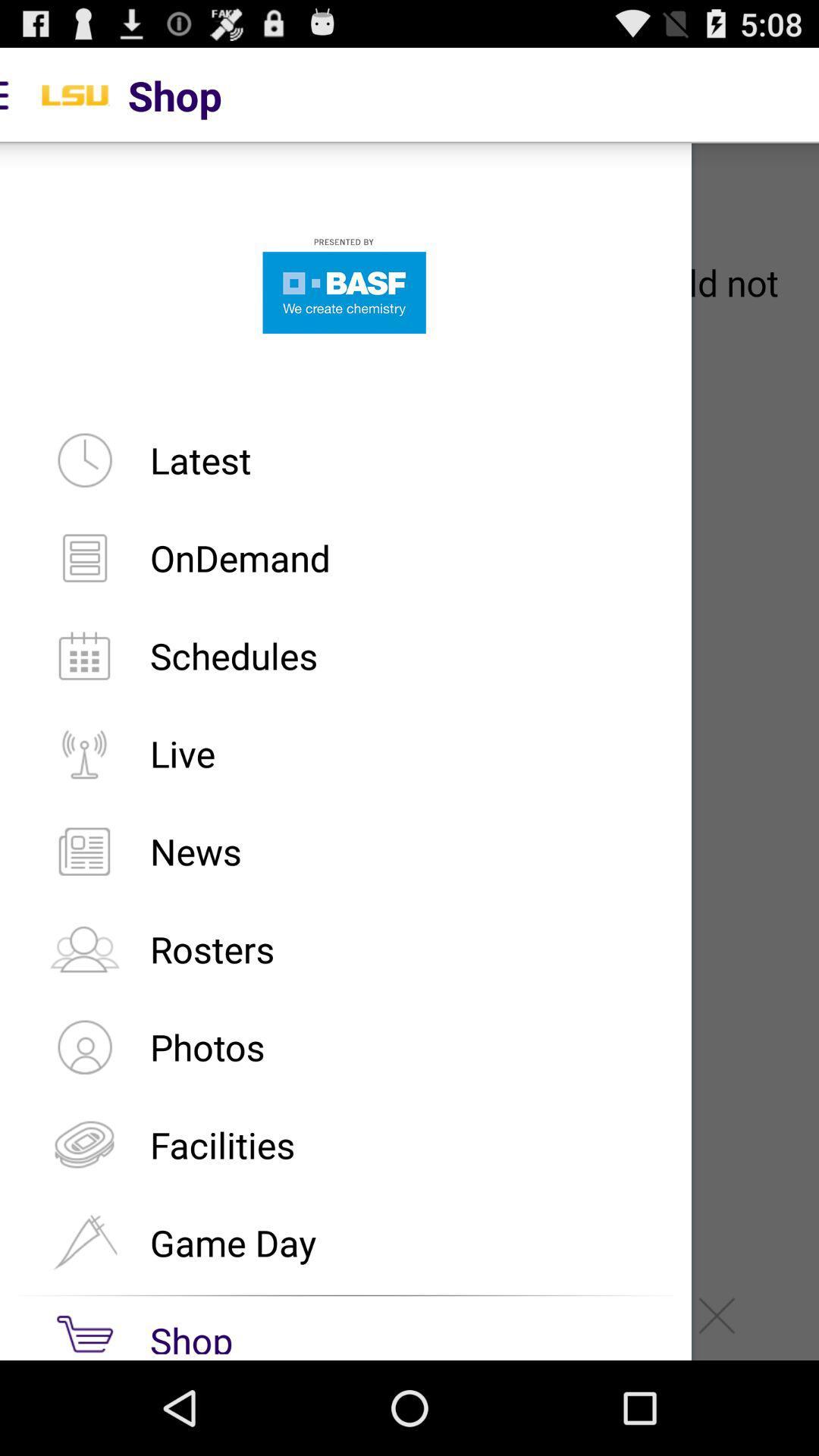 This screenshot has height=1456, width=819. What do you see at coordinates (512, 1407) in the screenshot?
I see `the minus icon` at bounding box center [512, 1407].